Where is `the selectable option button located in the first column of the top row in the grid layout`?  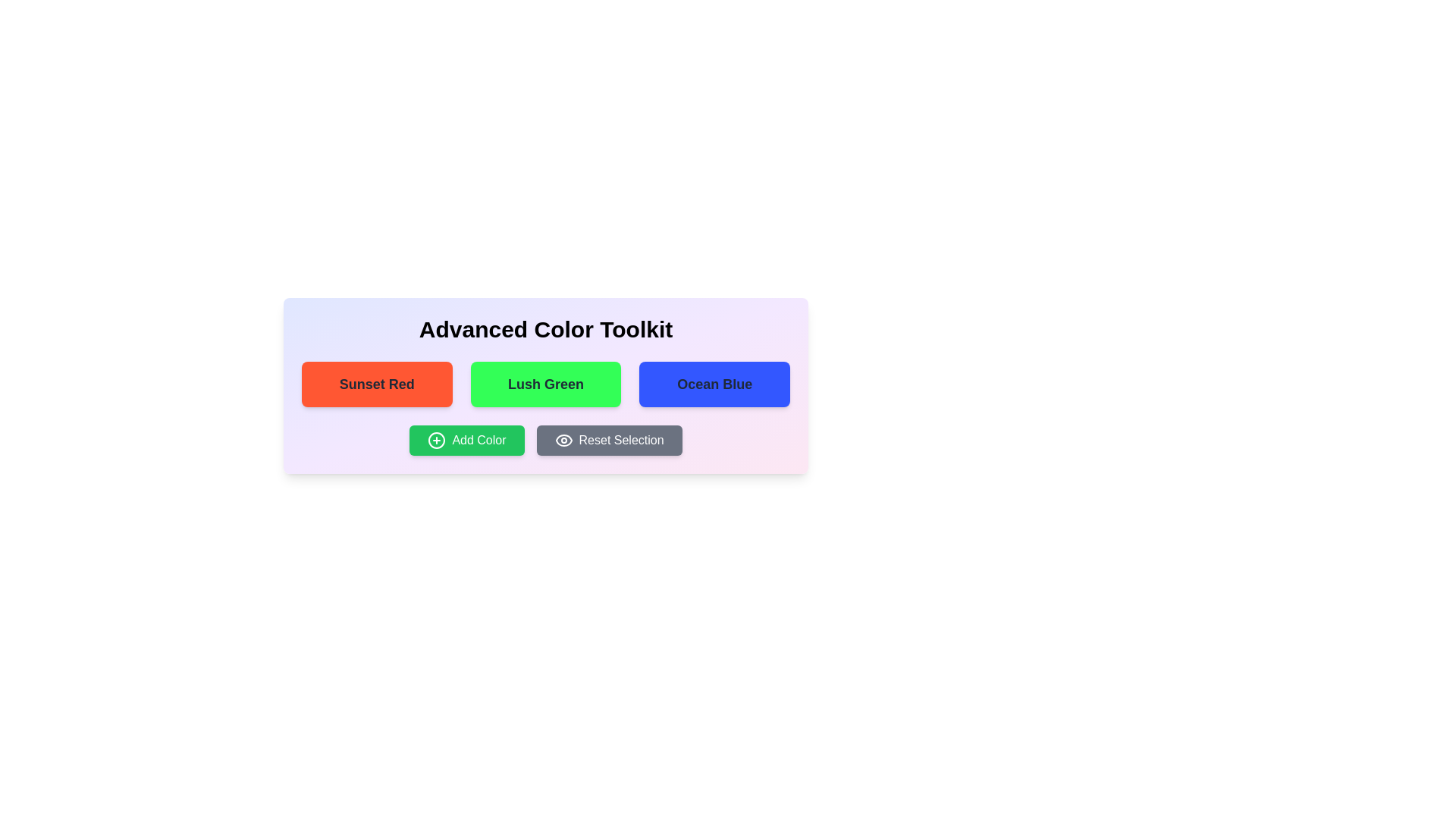
the selectable option button located in the first column of the top row in the grid layout is located at coordinates (377, 383).